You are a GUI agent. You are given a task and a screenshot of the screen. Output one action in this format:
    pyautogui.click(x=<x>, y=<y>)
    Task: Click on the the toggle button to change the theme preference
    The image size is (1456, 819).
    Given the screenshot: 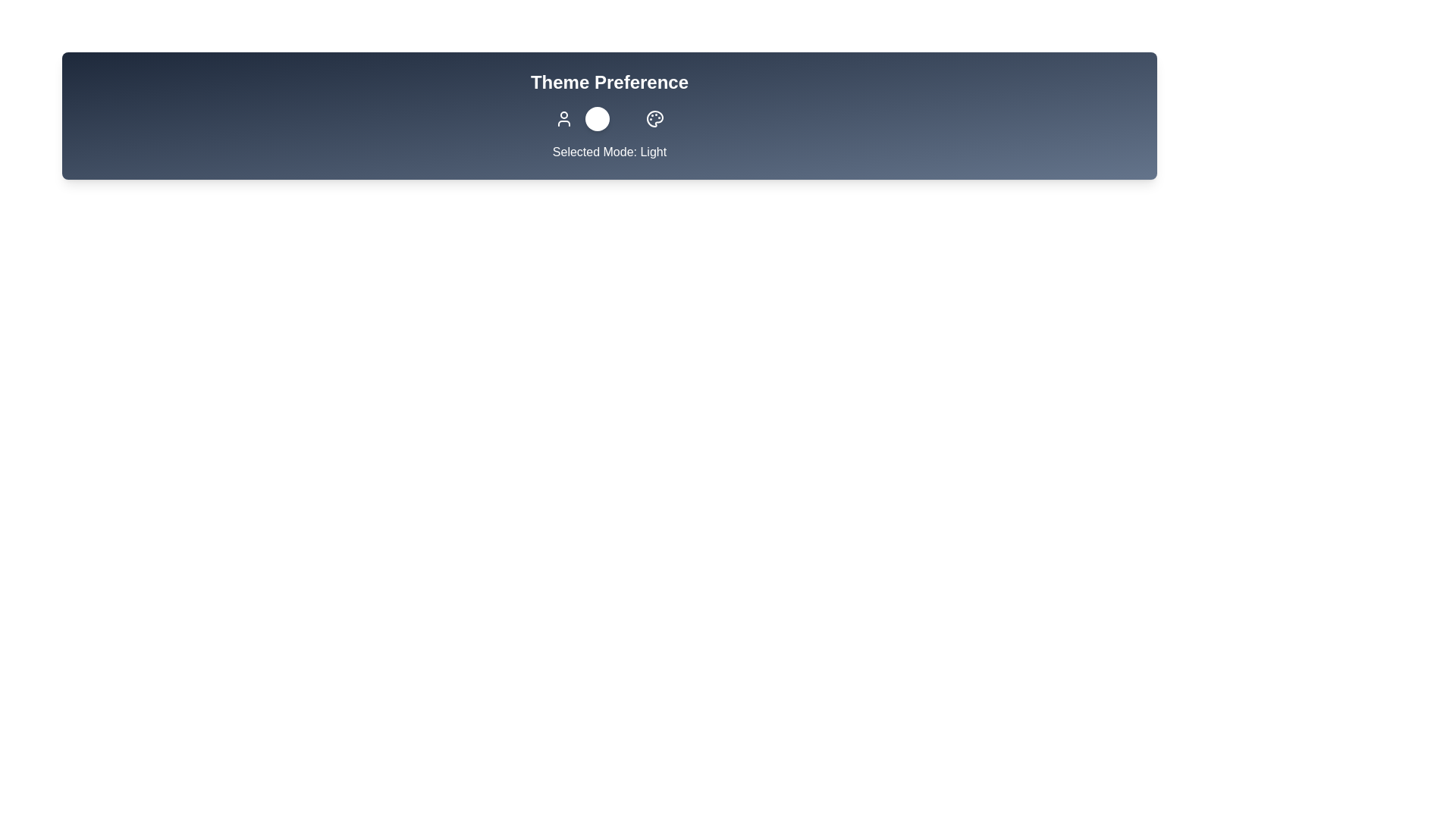 What is the action you would take?
    pyautogui.click(x=610, y=118)
    